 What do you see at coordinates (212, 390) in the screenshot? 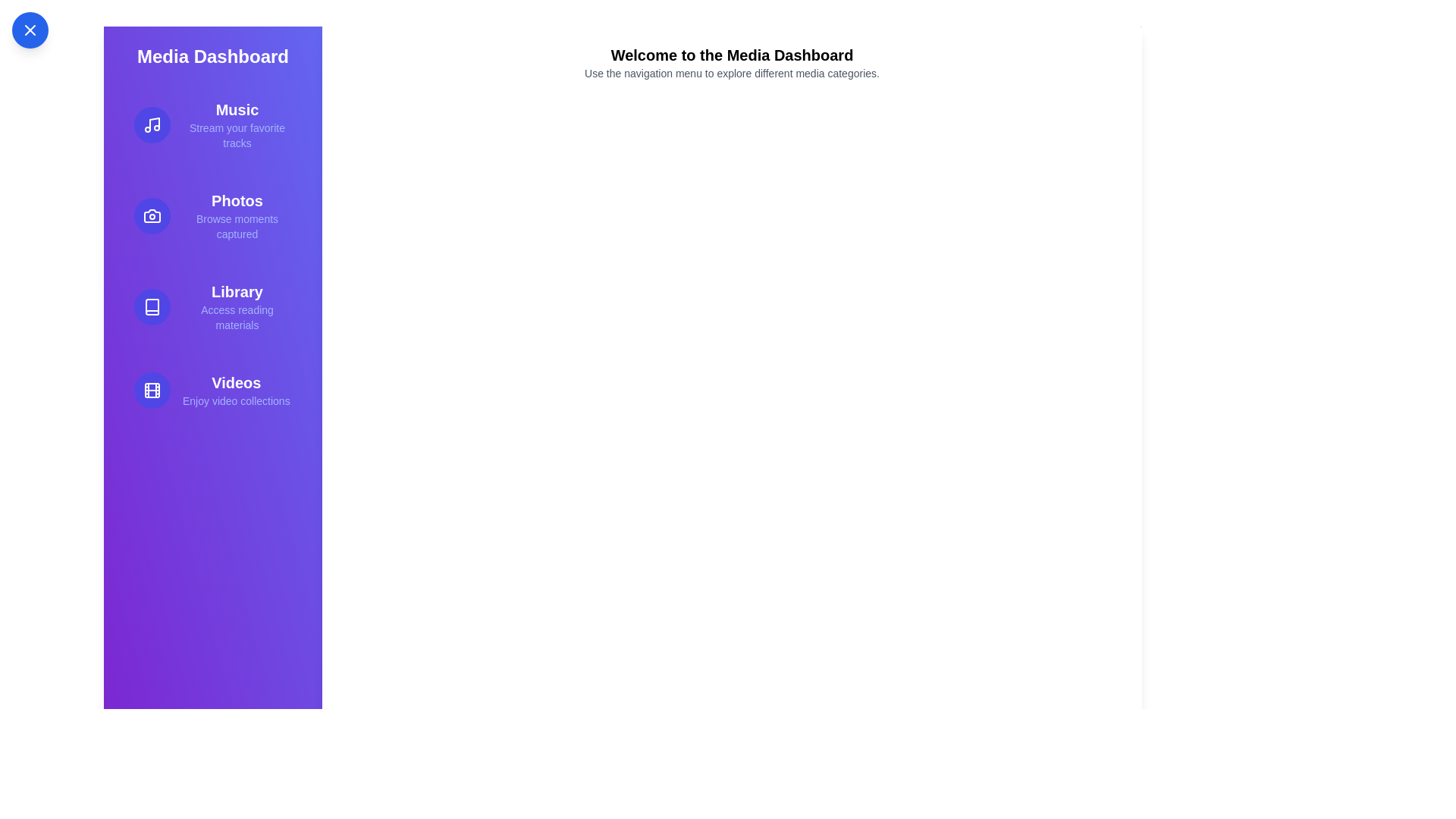
I see `the Videos category from the Media Dashboard` at bounding box center [212, 390].